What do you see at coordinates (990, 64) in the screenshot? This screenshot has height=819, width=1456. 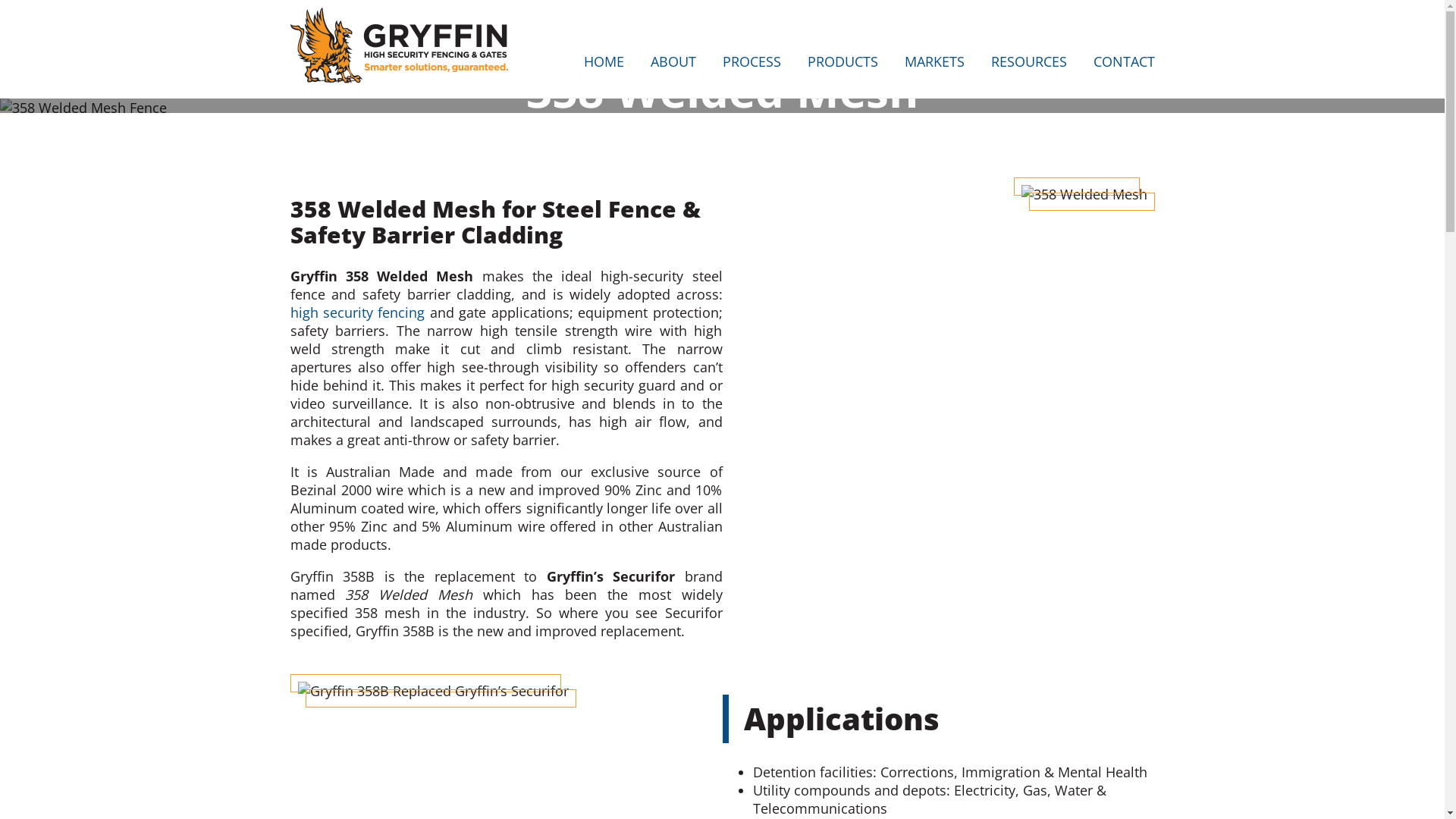 I see `'RESOURCES'` at bounding box center [990, 64].